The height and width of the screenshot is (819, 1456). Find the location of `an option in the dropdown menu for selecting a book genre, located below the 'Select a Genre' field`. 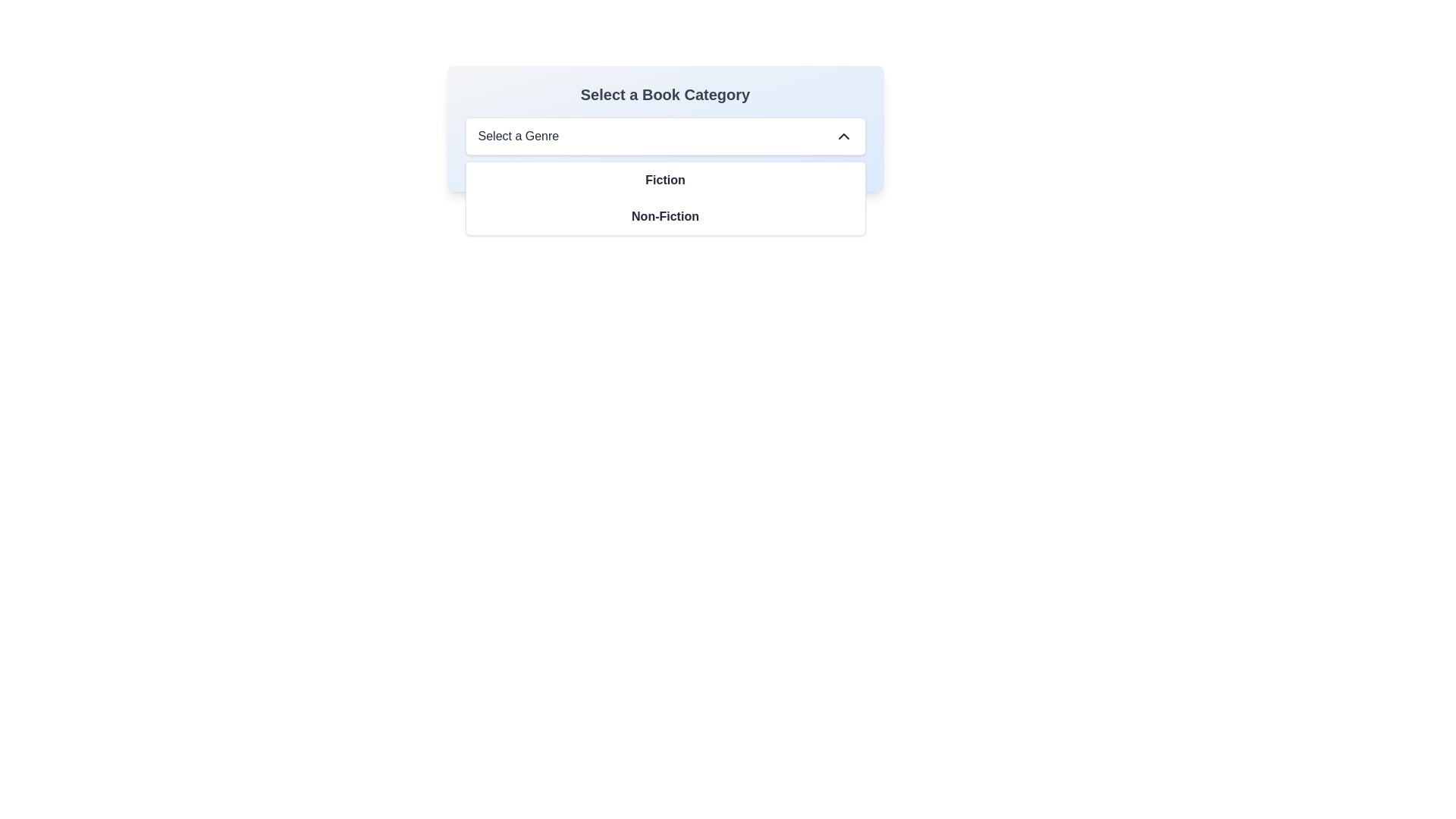

an option in the dropdown menu for selecting a book genre, located below the 'Select a Genre' field is located at coordinates (665, 198).